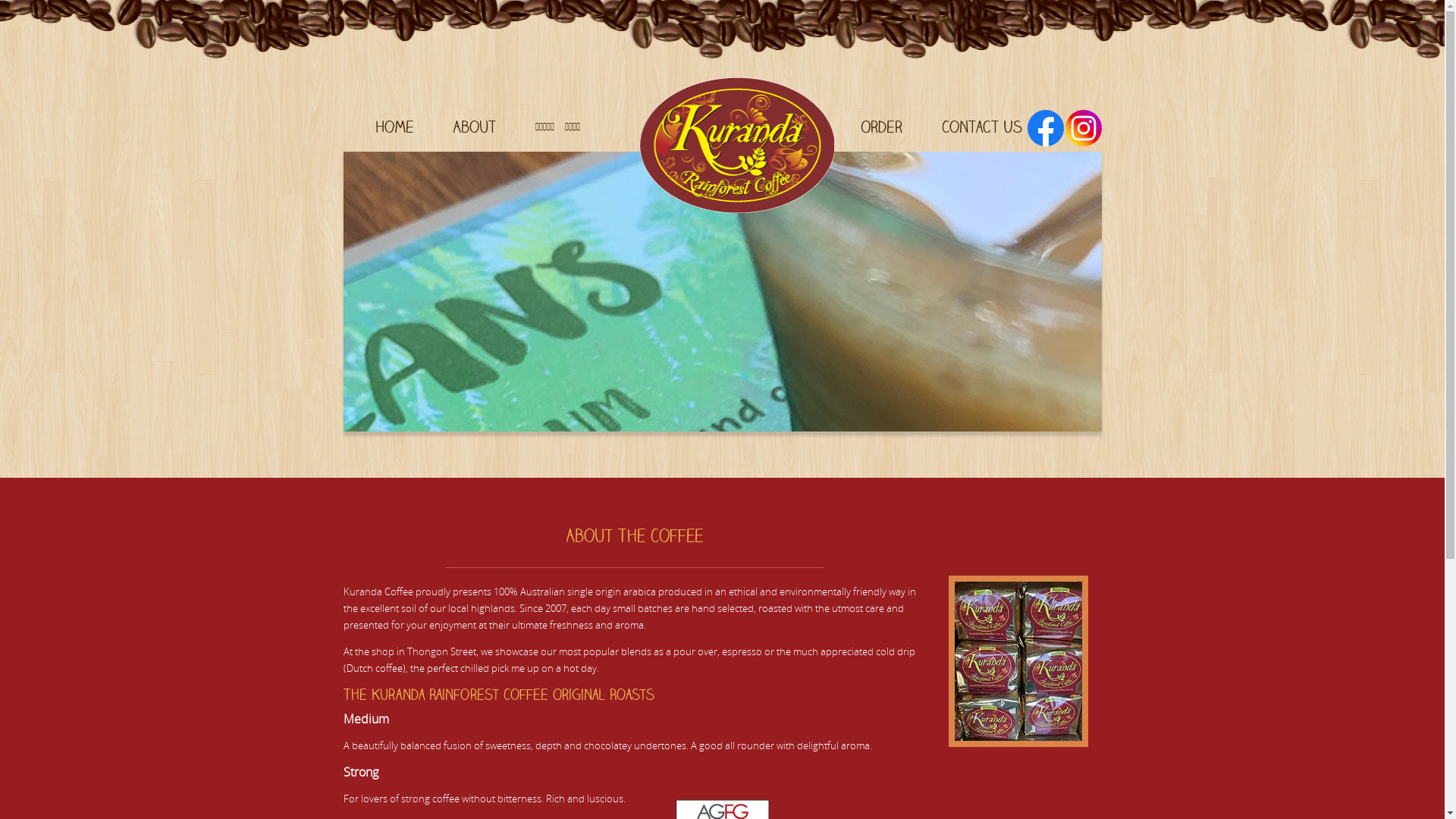  What do you see at coordinates (880, 125) in the screenshot?
I see `'Order'` at bounding box center [880, 125].